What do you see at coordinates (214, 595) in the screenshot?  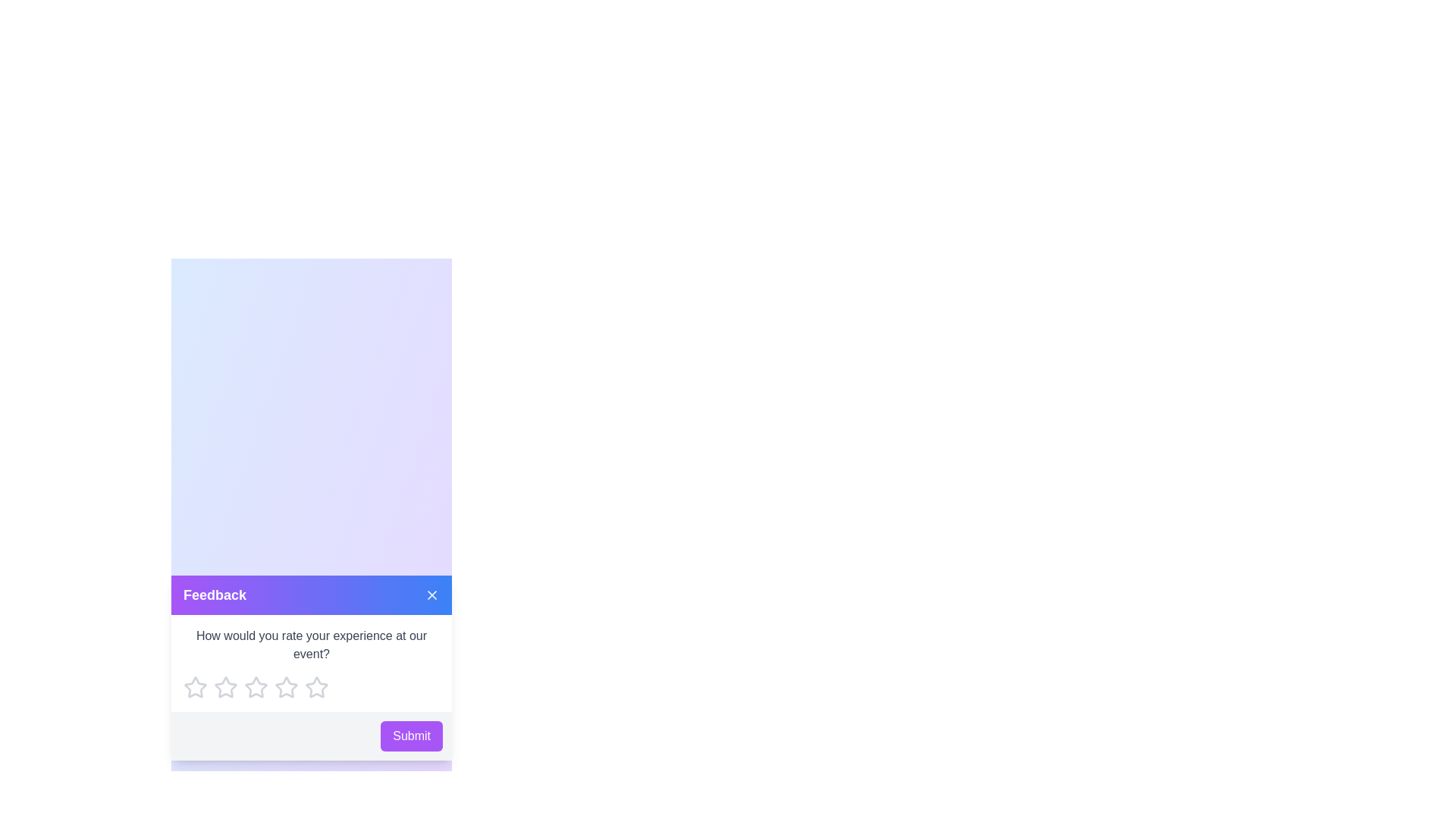 I see `the text label 'Feedback' which is styled with a bold font and located in the left section of a gradient header at the top of a feedback card` at bounding box center [214, 595].